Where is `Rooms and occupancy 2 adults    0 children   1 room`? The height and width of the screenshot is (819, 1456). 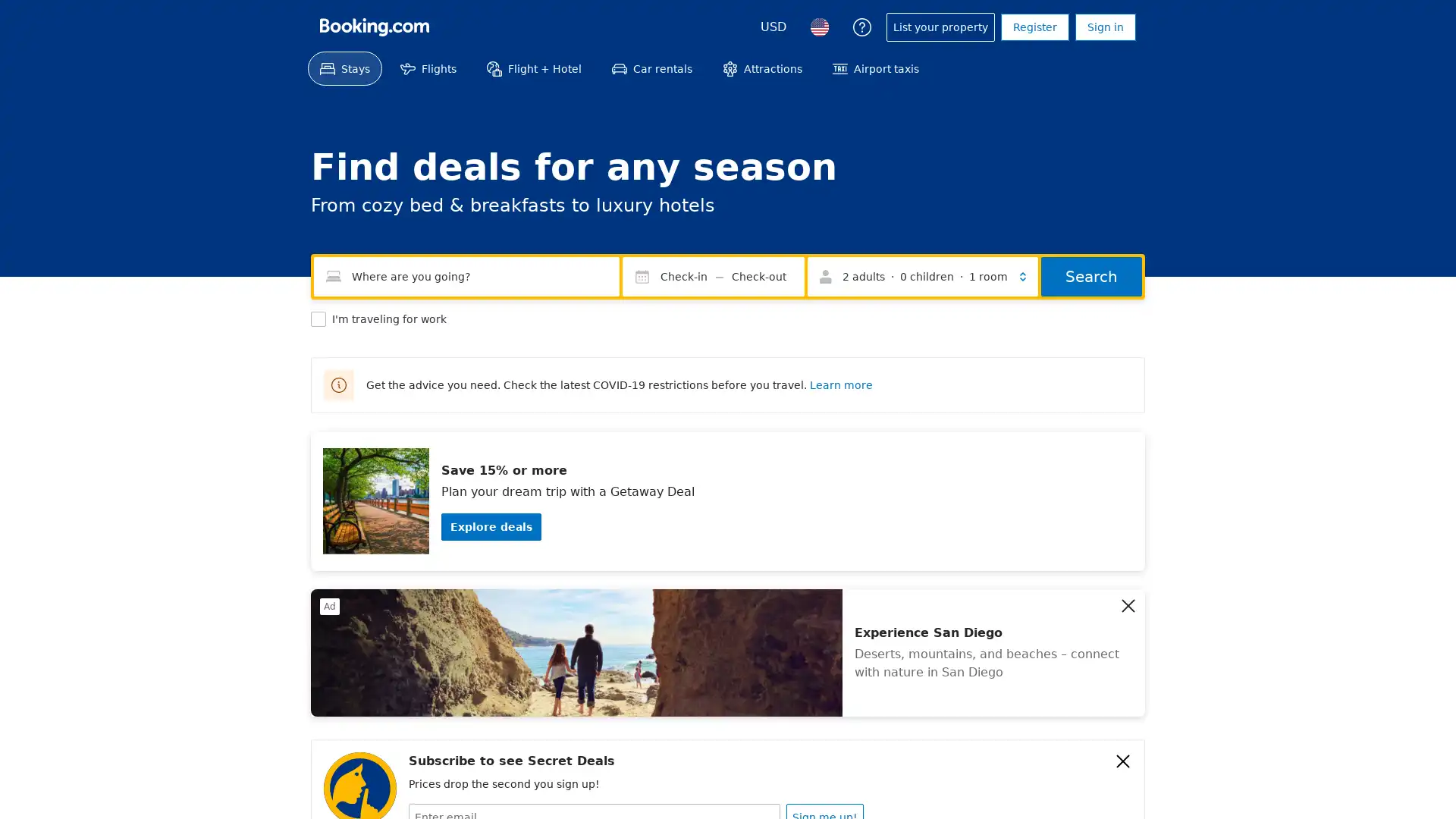 Rooms and occupancy 2 adults    0 children   1 room is located at coordinates (922, 277).